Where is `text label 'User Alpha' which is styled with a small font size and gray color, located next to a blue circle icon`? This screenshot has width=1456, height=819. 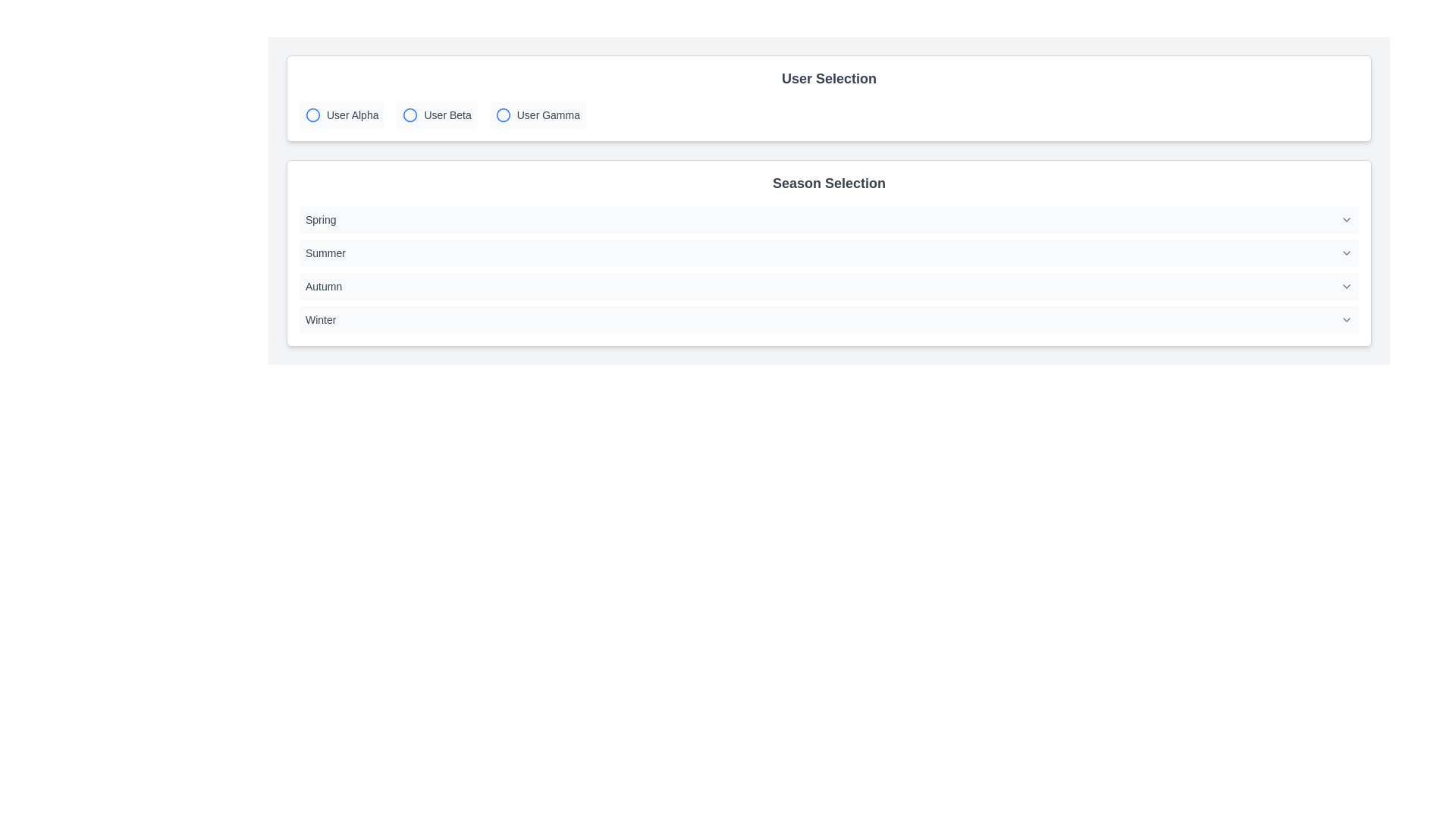 text label 'User Alpha' which is styled with a small font size and gray color, located next to a blue circle icon is located at coordinates (352, 114).